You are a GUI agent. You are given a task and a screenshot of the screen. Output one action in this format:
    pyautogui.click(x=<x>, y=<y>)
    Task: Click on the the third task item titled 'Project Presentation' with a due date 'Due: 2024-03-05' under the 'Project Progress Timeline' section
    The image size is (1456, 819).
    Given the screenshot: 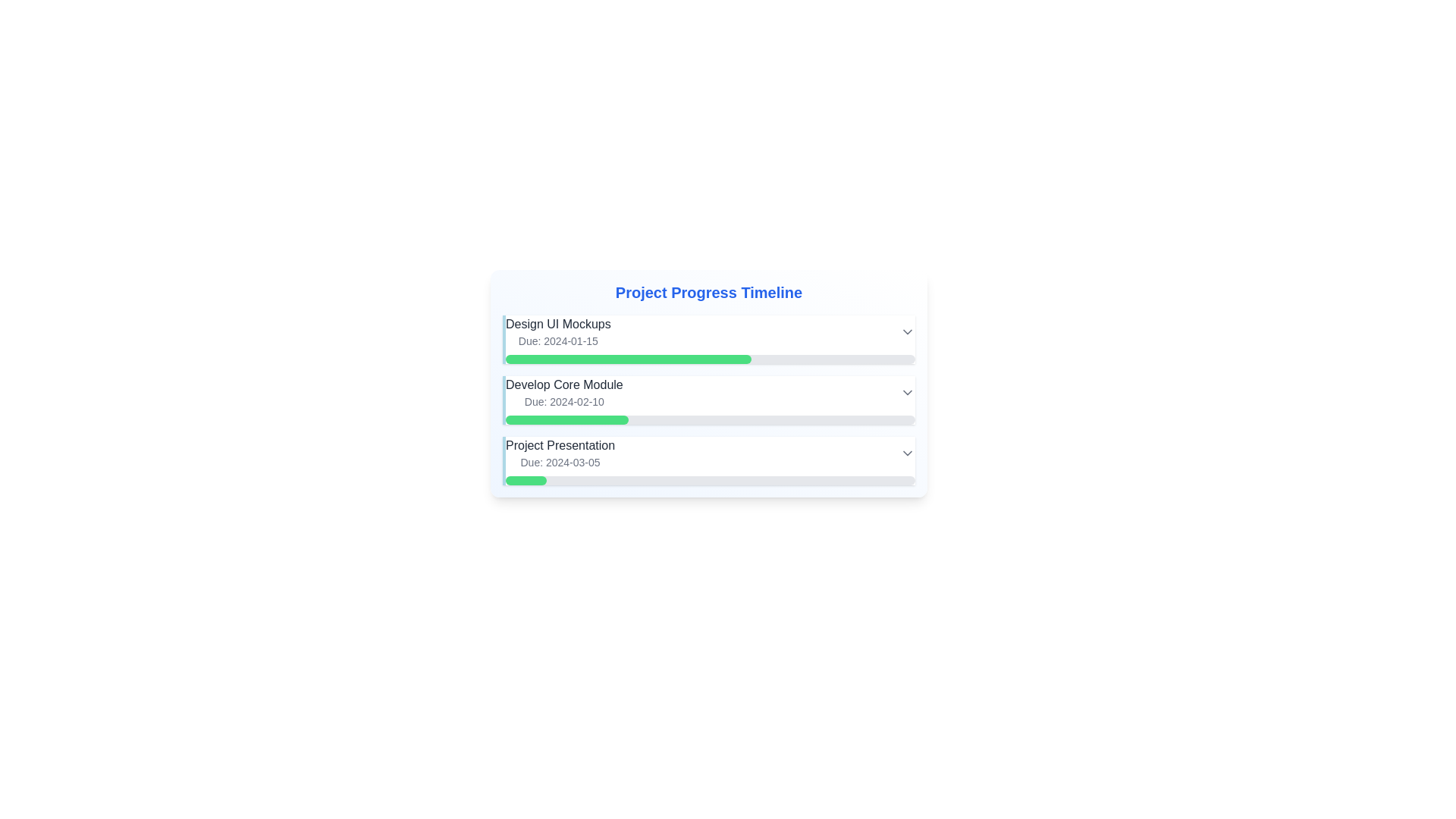 What is the action you would take?
    pyautogui.click(x=709, y=452)
    